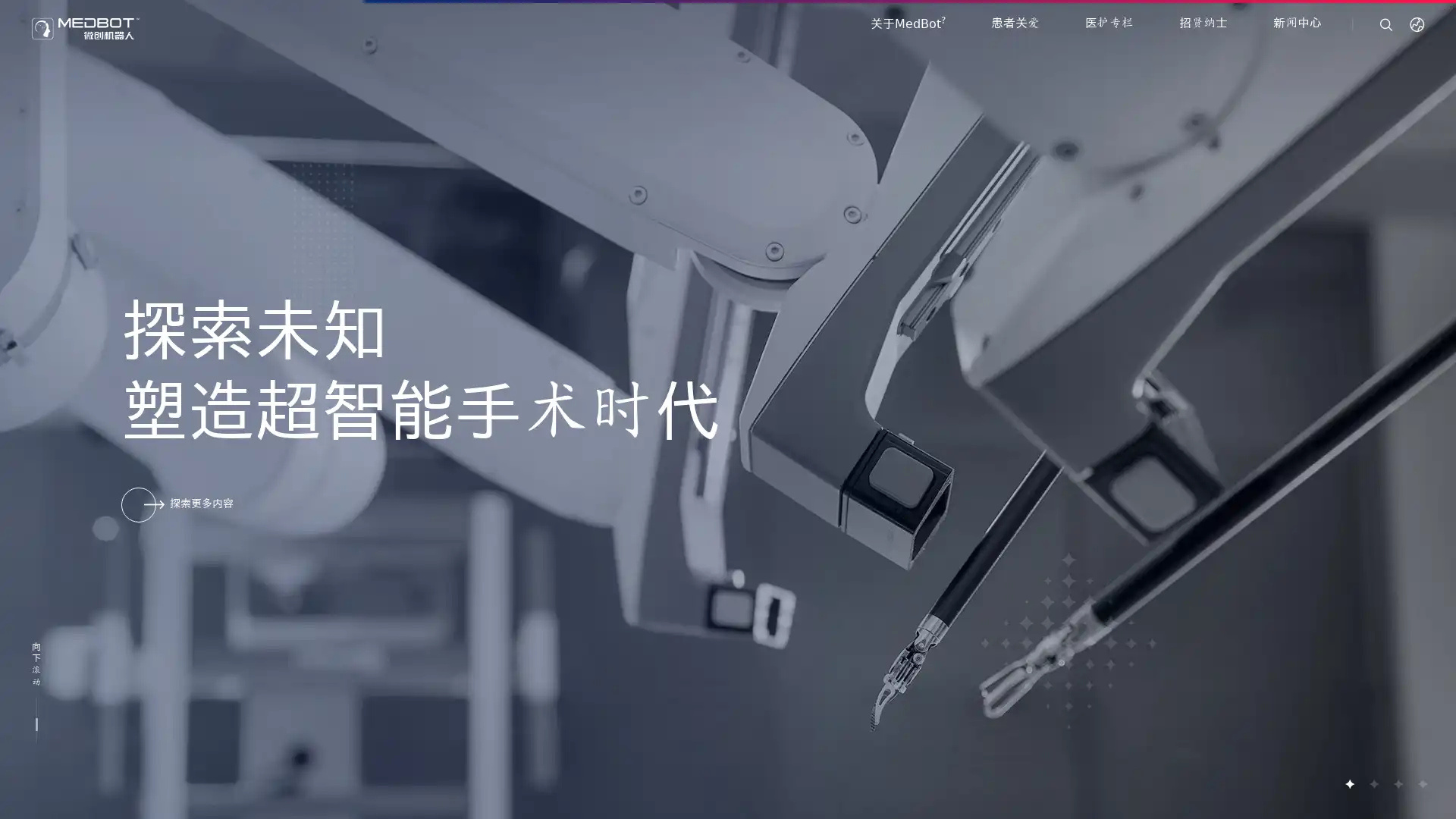 The image size is (1456, 819). I want to click on Go to slide 4, so click(1421, 783).